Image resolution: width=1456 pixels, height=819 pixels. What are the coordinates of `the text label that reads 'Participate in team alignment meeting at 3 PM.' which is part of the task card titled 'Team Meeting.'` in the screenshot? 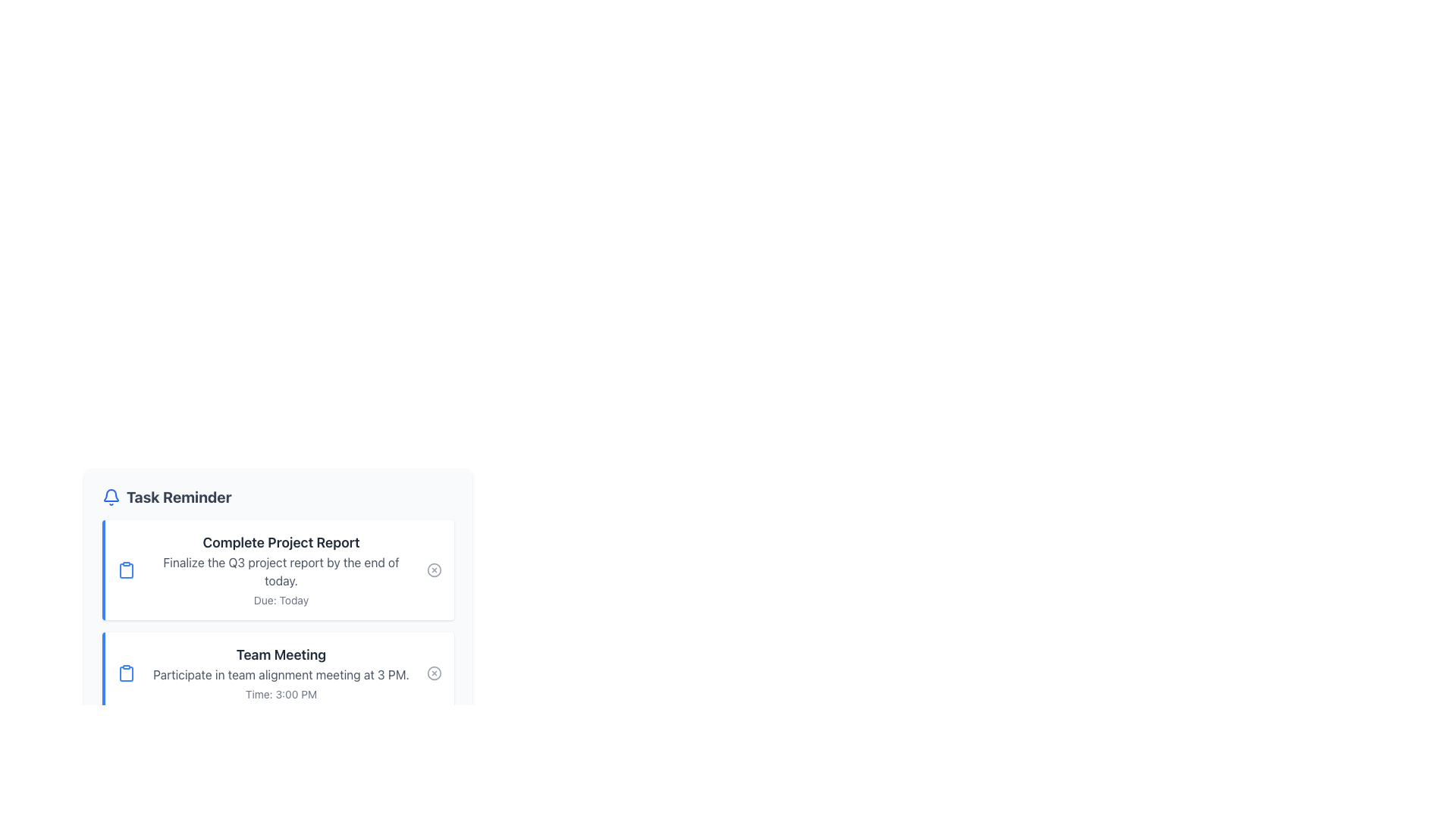 It's located at (281, 674).